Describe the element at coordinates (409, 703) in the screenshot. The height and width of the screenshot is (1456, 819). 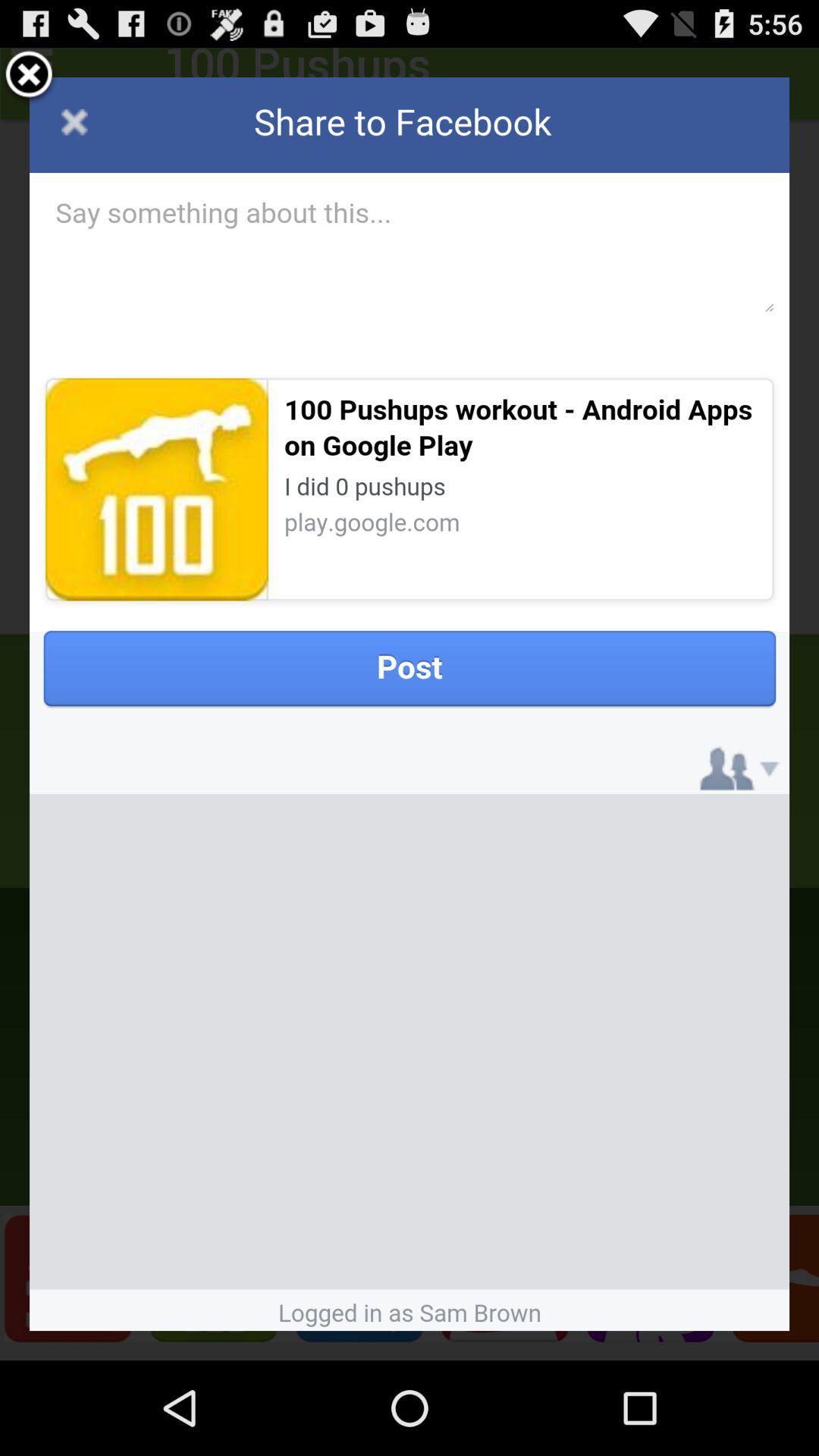
I see `share to facebook` at that location.